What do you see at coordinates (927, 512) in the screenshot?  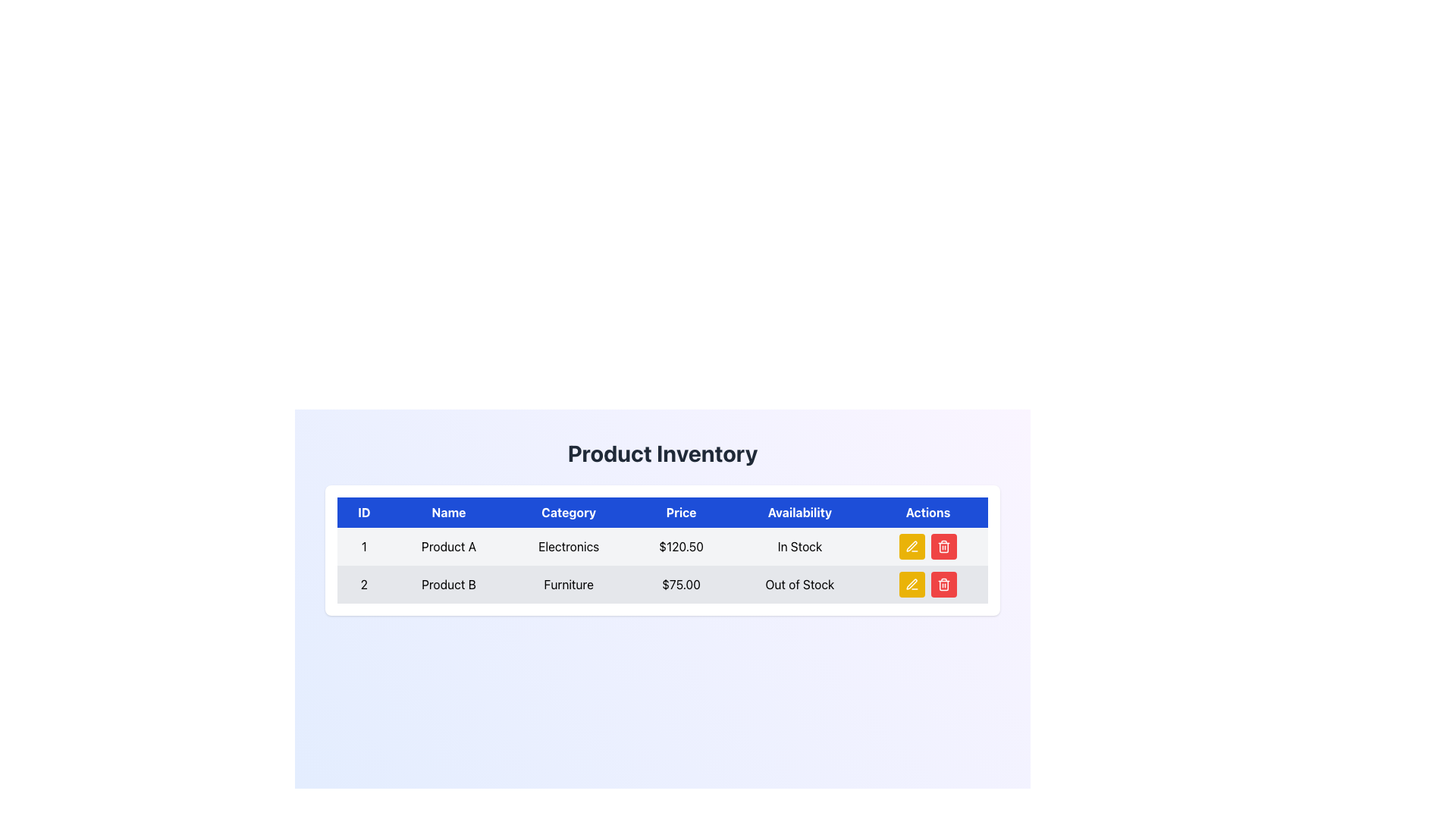 I see `the Text Label located in the far-right column of the table header that labels the column containing actionable items or controls for each row` at bounding box center [927, 512].